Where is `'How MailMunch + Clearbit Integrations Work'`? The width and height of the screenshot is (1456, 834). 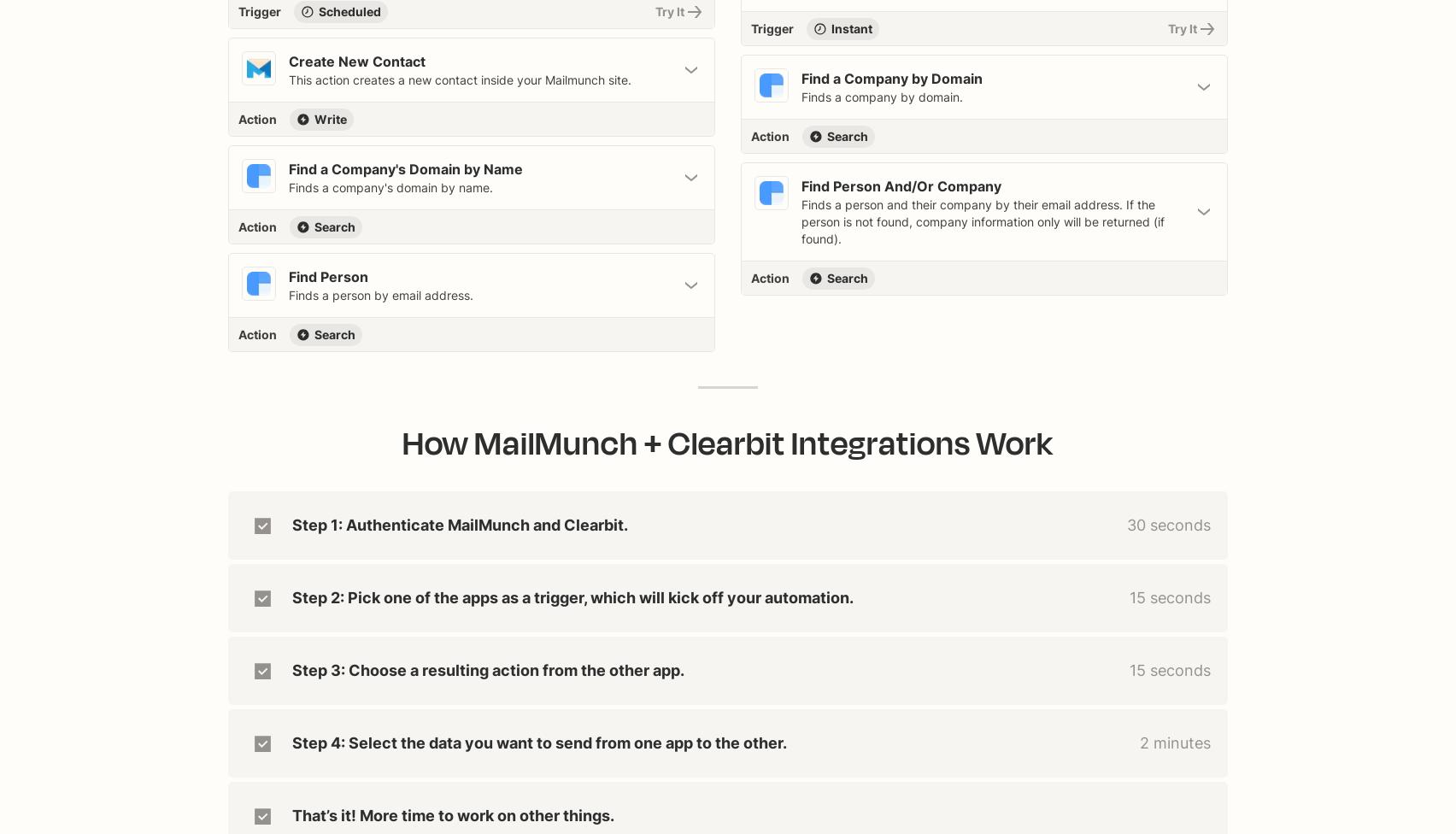
'How MailMunch + Clearbit Integrations Work' is located at coordinates (728, 443).